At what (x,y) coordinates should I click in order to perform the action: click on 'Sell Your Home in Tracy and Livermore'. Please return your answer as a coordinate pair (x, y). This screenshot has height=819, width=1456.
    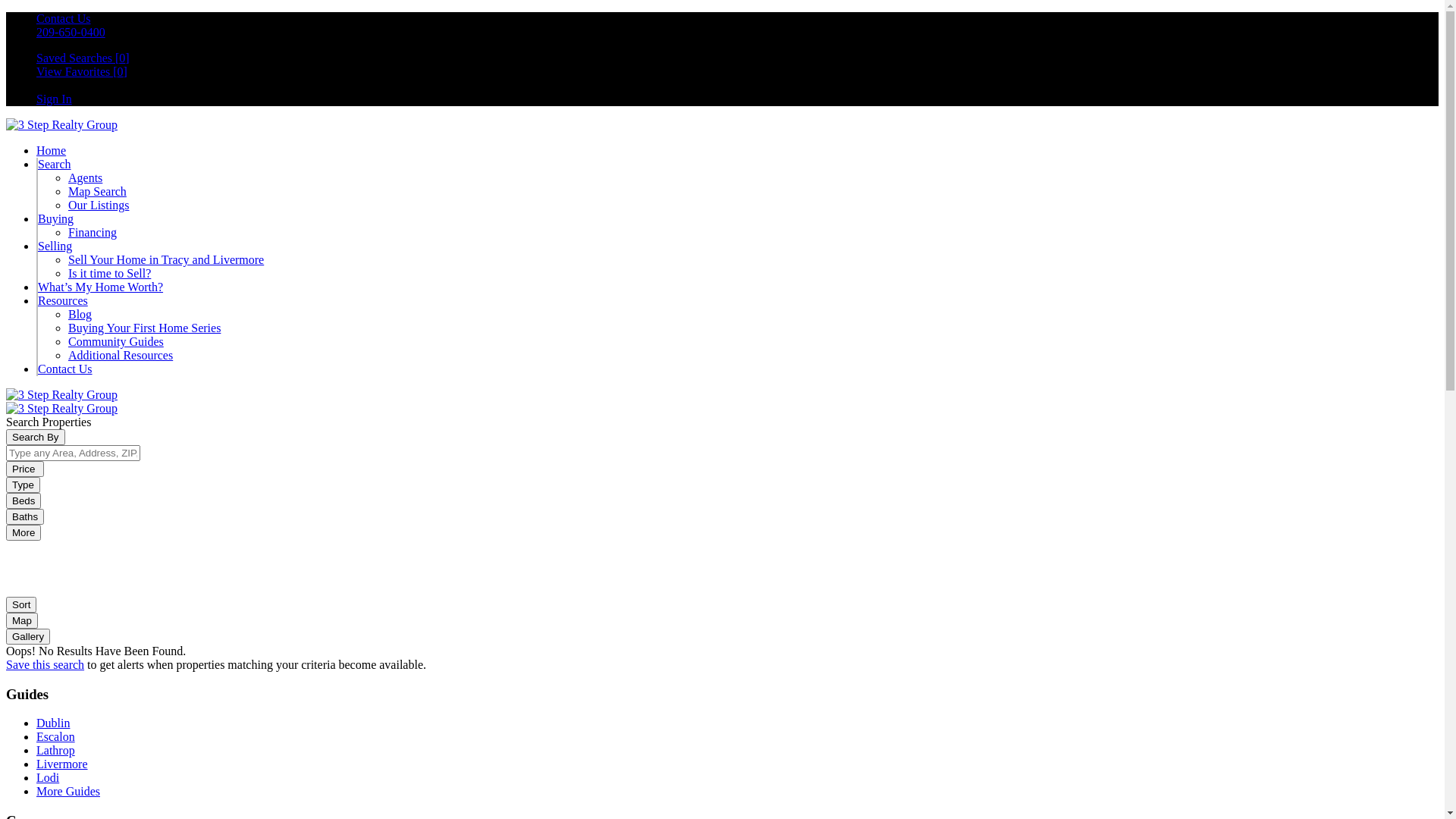
    Looking at the image, I should click on (166, 259).